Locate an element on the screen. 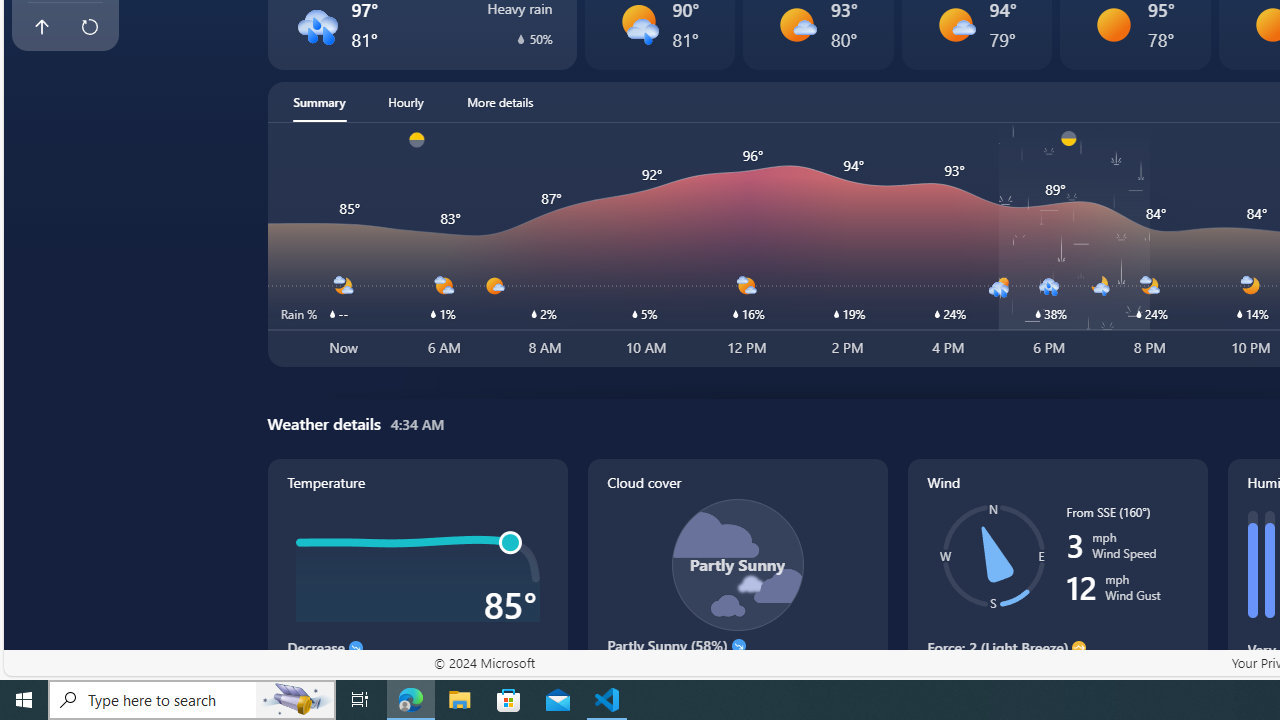 This screenshot has width=1280, height=720. 'Temperature' is located at coordinates (416, 584).